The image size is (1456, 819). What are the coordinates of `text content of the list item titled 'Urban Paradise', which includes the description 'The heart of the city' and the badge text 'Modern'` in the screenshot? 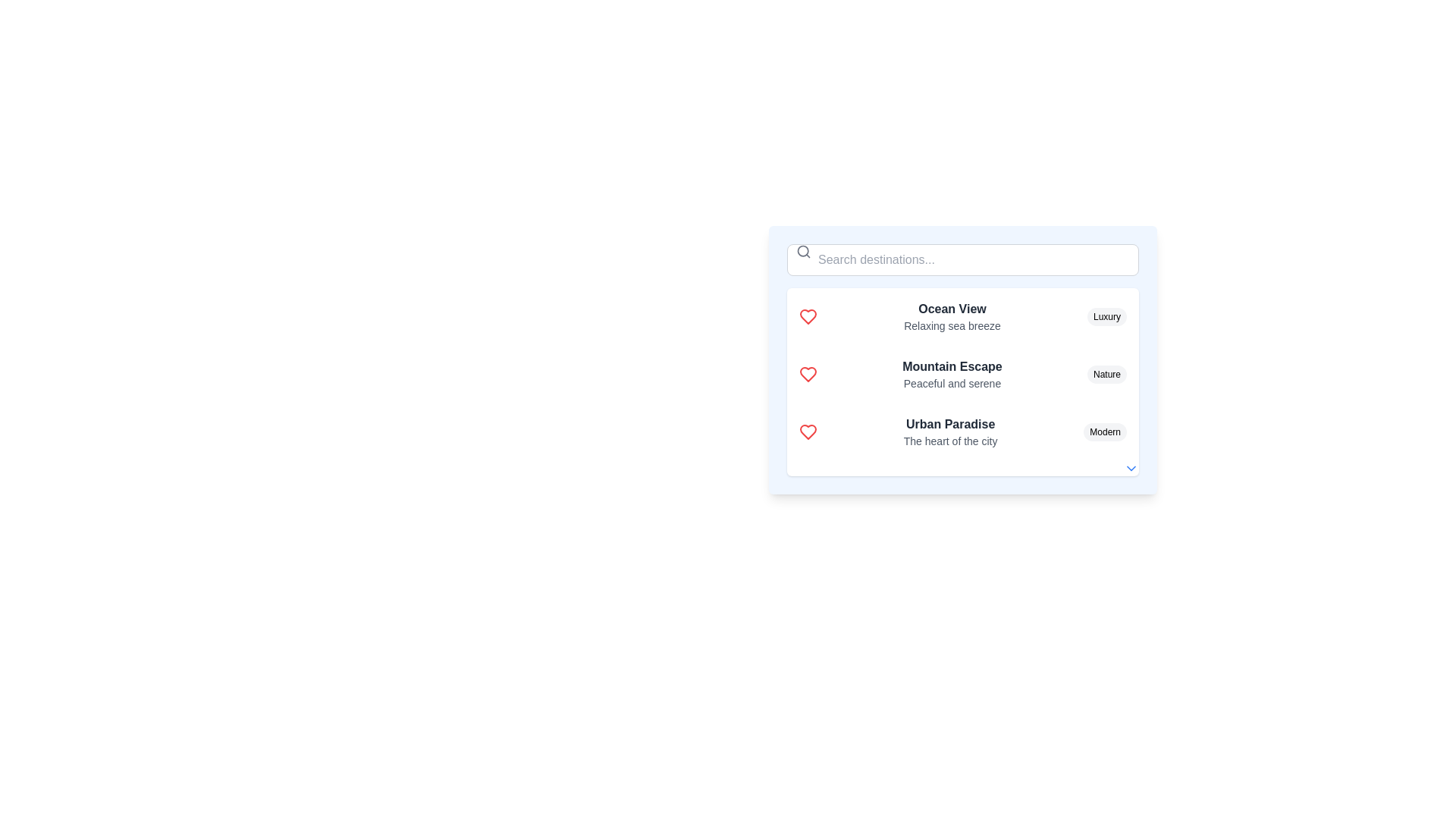 It's located at (962, 432).